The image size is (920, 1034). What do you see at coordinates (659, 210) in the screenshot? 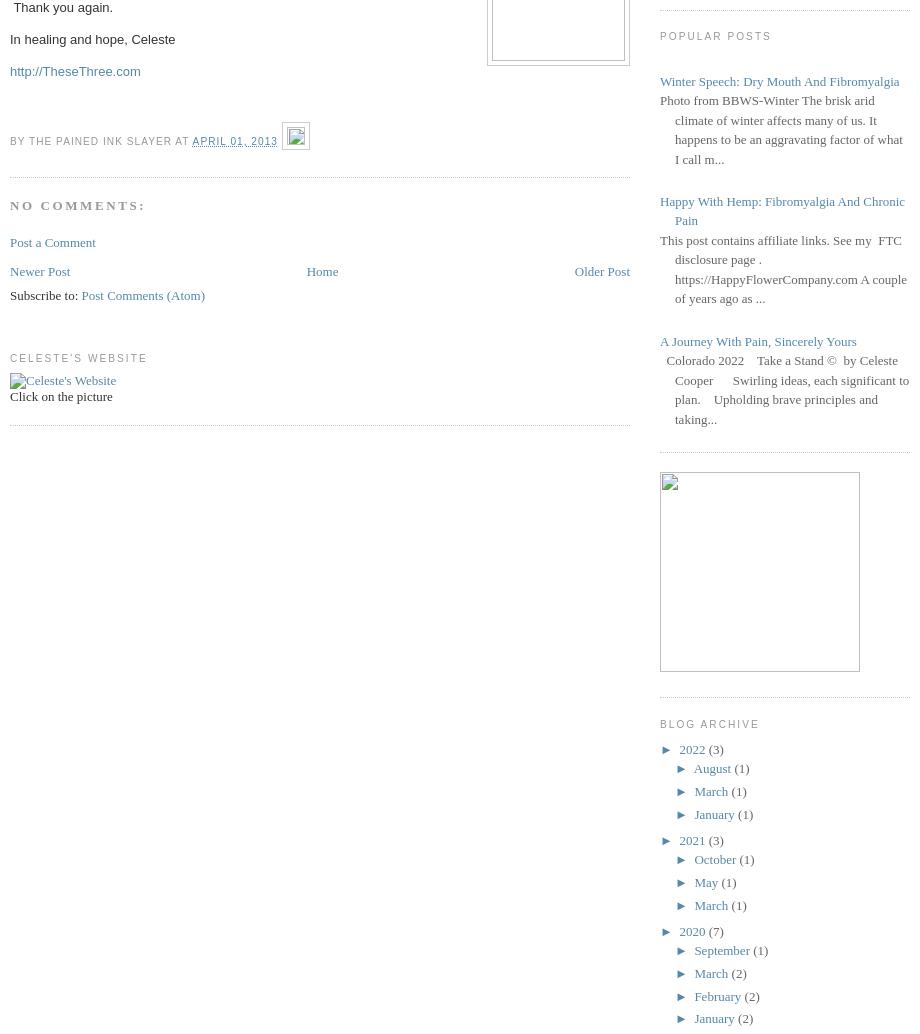
I see `'Happy With Hemp: Fibromyalgia And Chronic Pain'` at bounding box center [659, 210].